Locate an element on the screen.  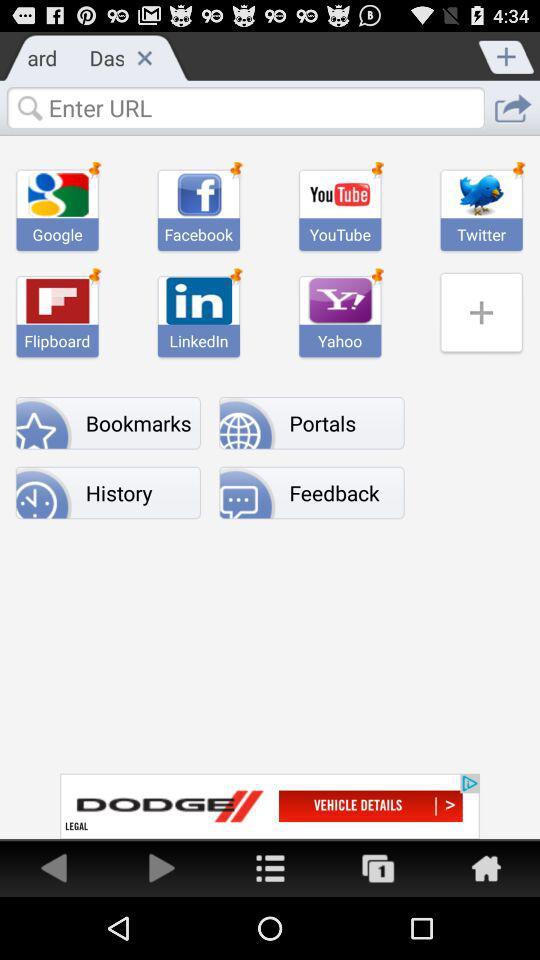
search url is located at coordinates (245, 107).